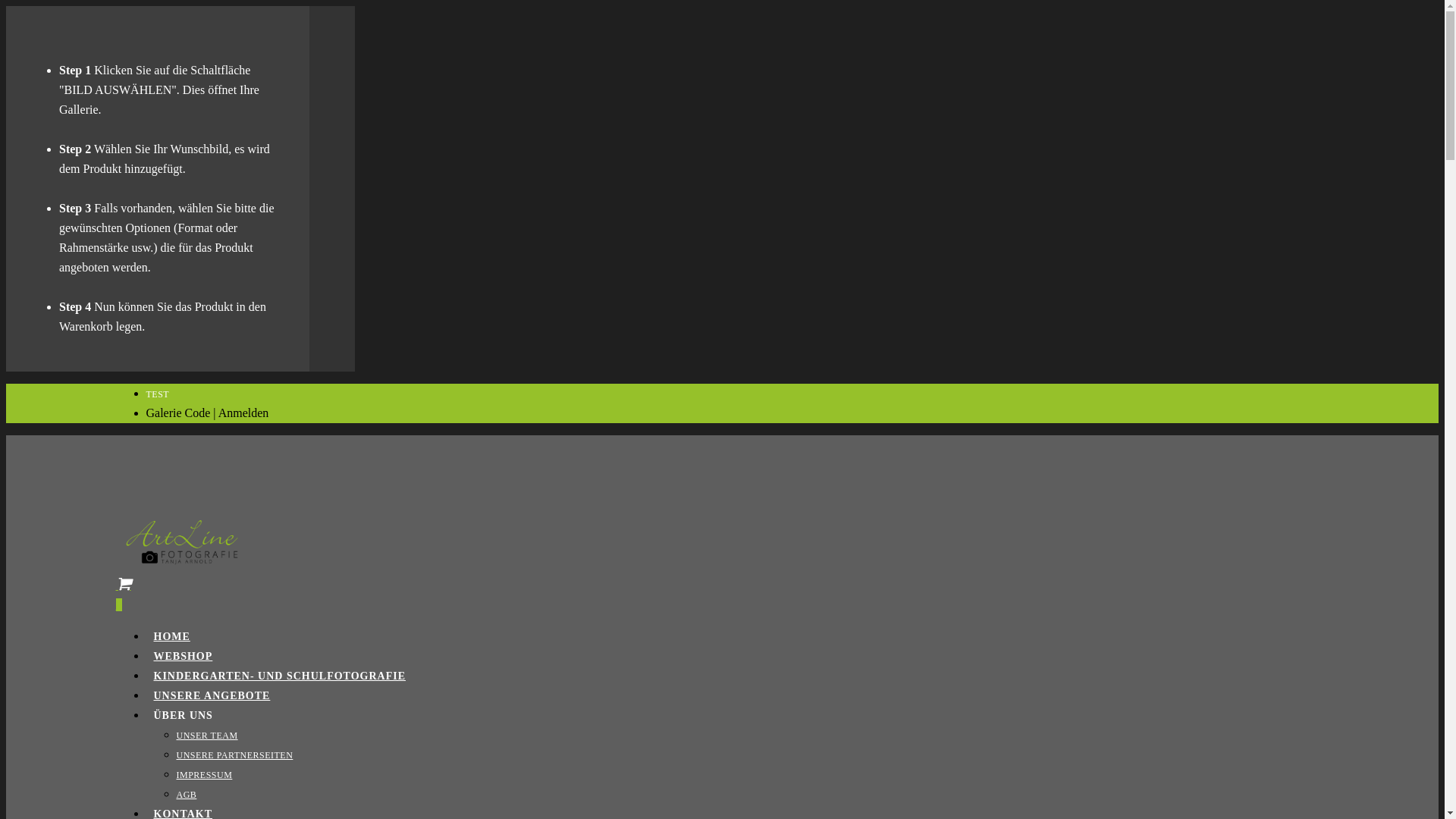  I want to click on 'TEST', so click(157, 394).